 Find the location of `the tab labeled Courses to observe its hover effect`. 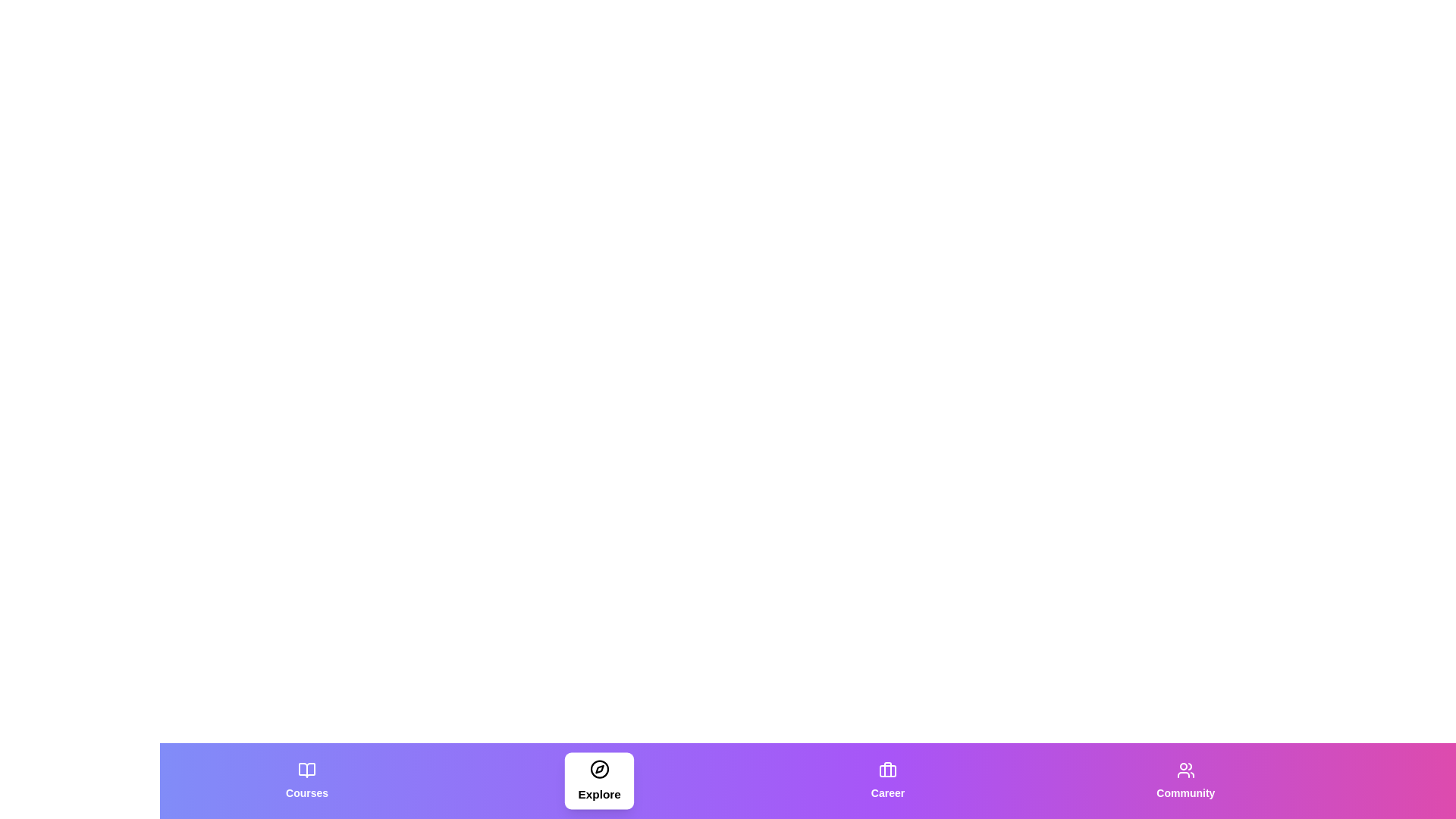

the tab labeled Courses to observe its hover effect is located at coordinates (306, 780).